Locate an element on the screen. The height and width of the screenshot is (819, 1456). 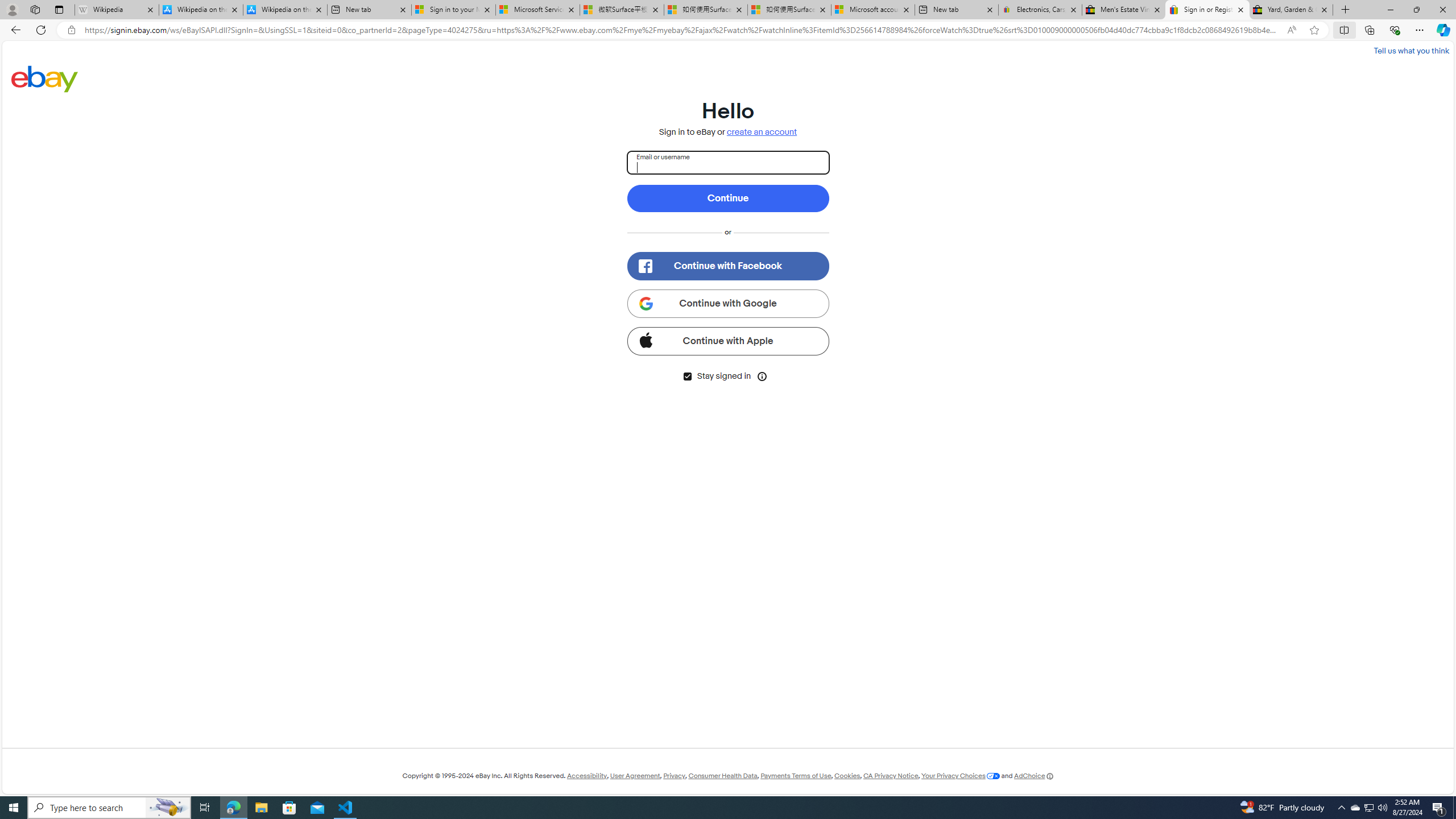
'Stay signed in' is located at coordinates (686, 375).